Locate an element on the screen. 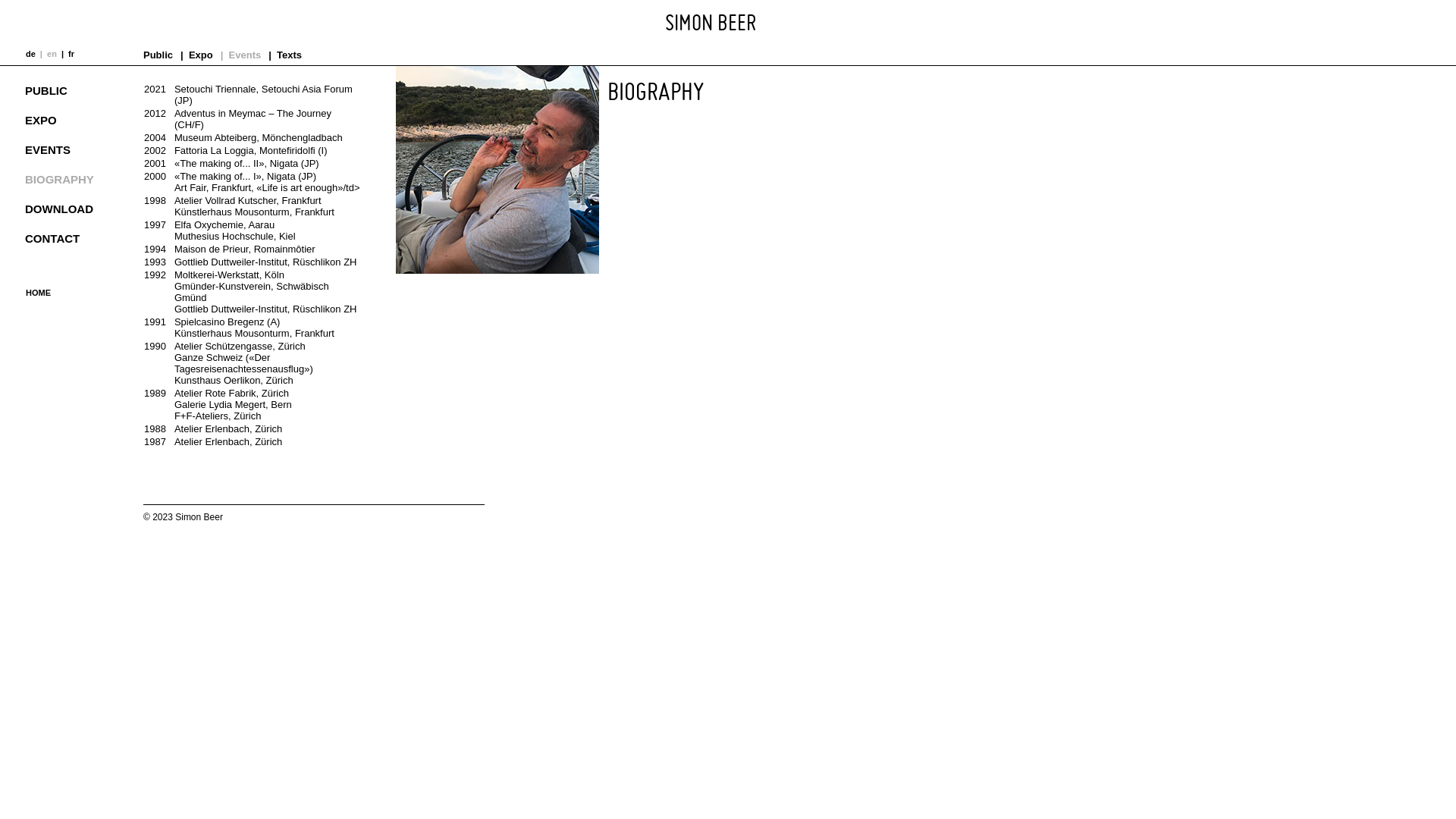 The width and height of the screenshot is (1456, 819). 'Events' is located at coordinates (244, 54).